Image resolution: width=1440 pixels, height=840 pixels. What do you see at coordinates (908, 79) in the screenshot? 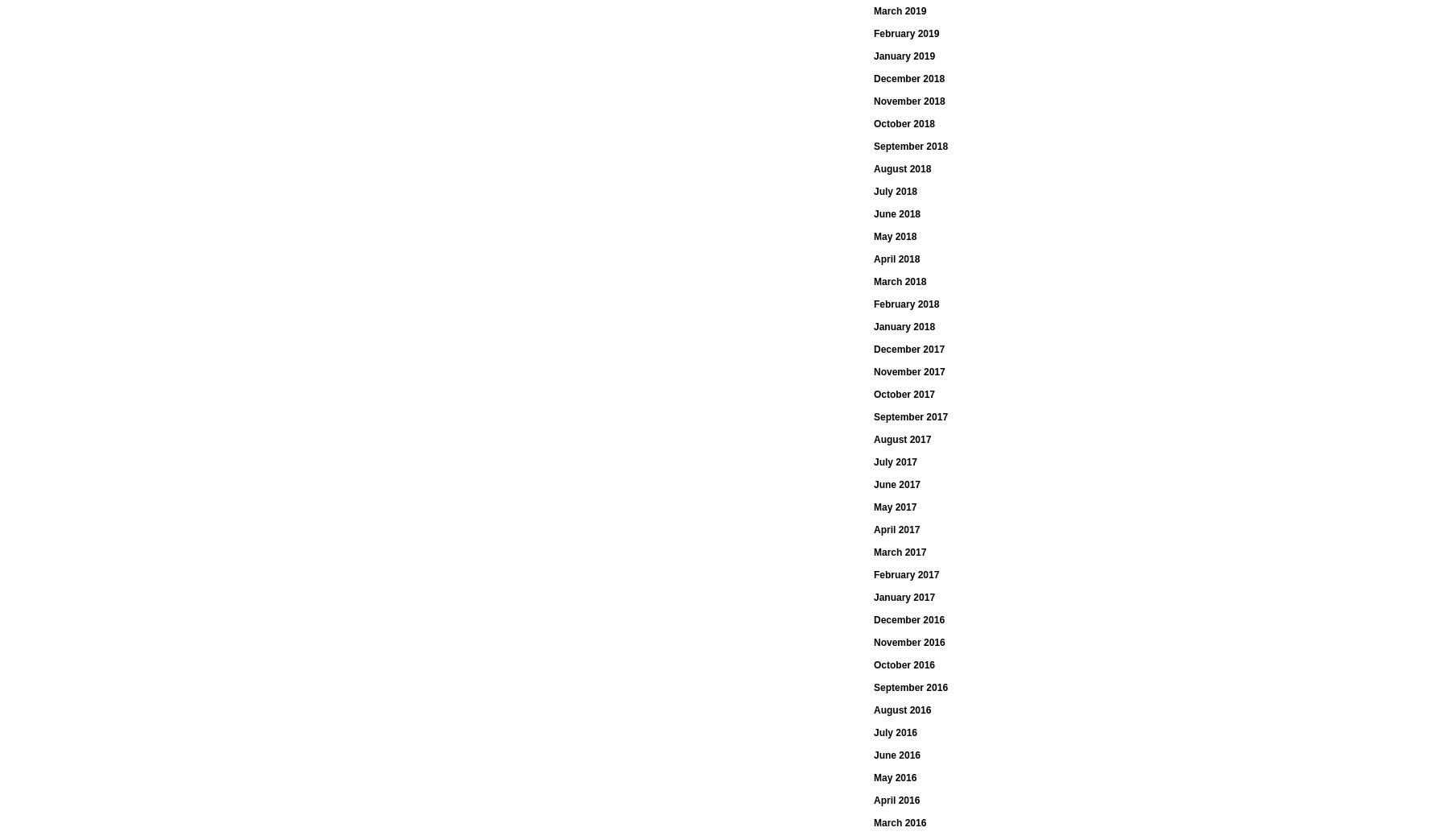
I see `'December 2018'` at bounding box center [908, 79].